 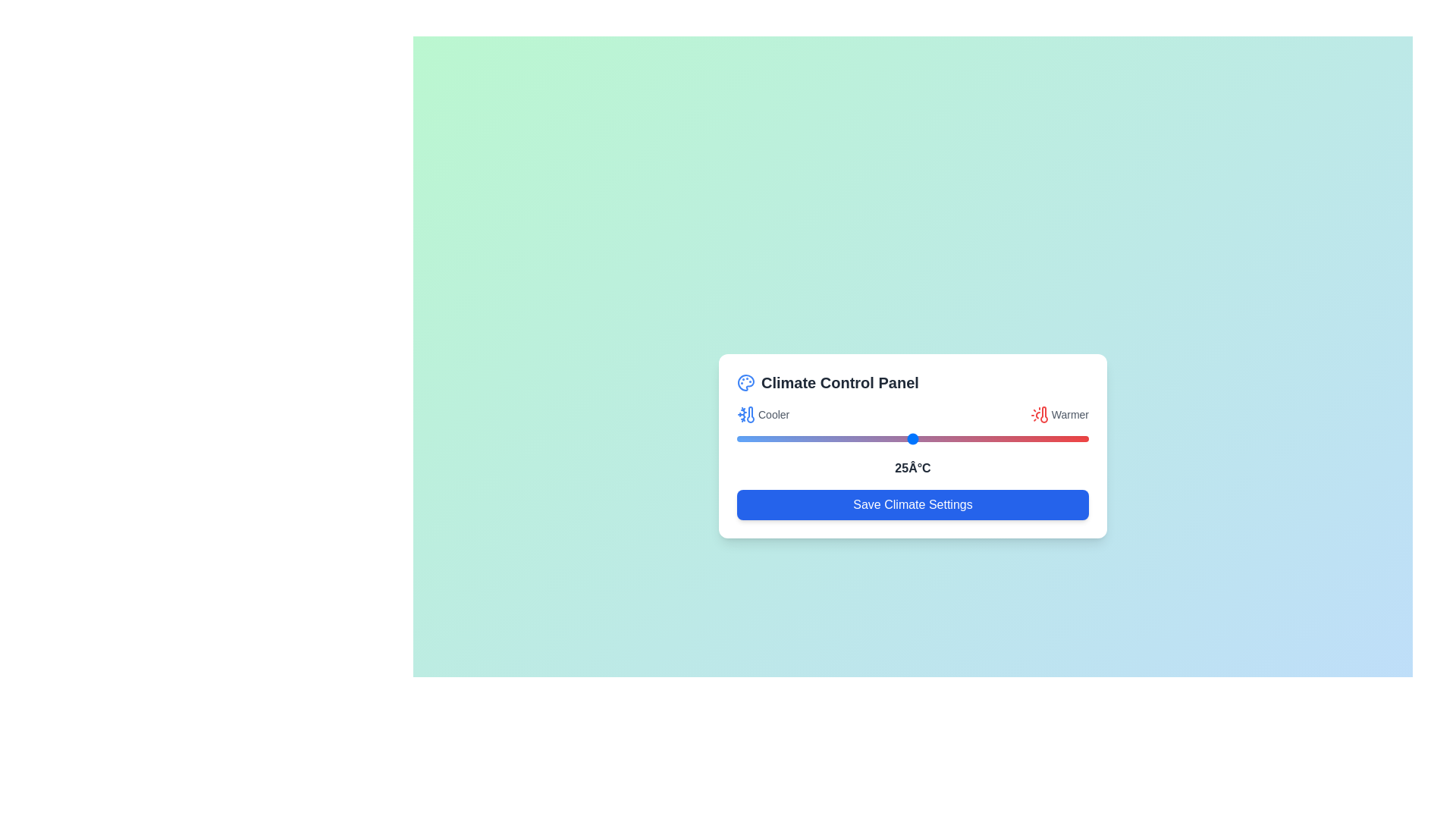 I want to click on 'Save Climate Settings' button, so click(x=912, y=504).